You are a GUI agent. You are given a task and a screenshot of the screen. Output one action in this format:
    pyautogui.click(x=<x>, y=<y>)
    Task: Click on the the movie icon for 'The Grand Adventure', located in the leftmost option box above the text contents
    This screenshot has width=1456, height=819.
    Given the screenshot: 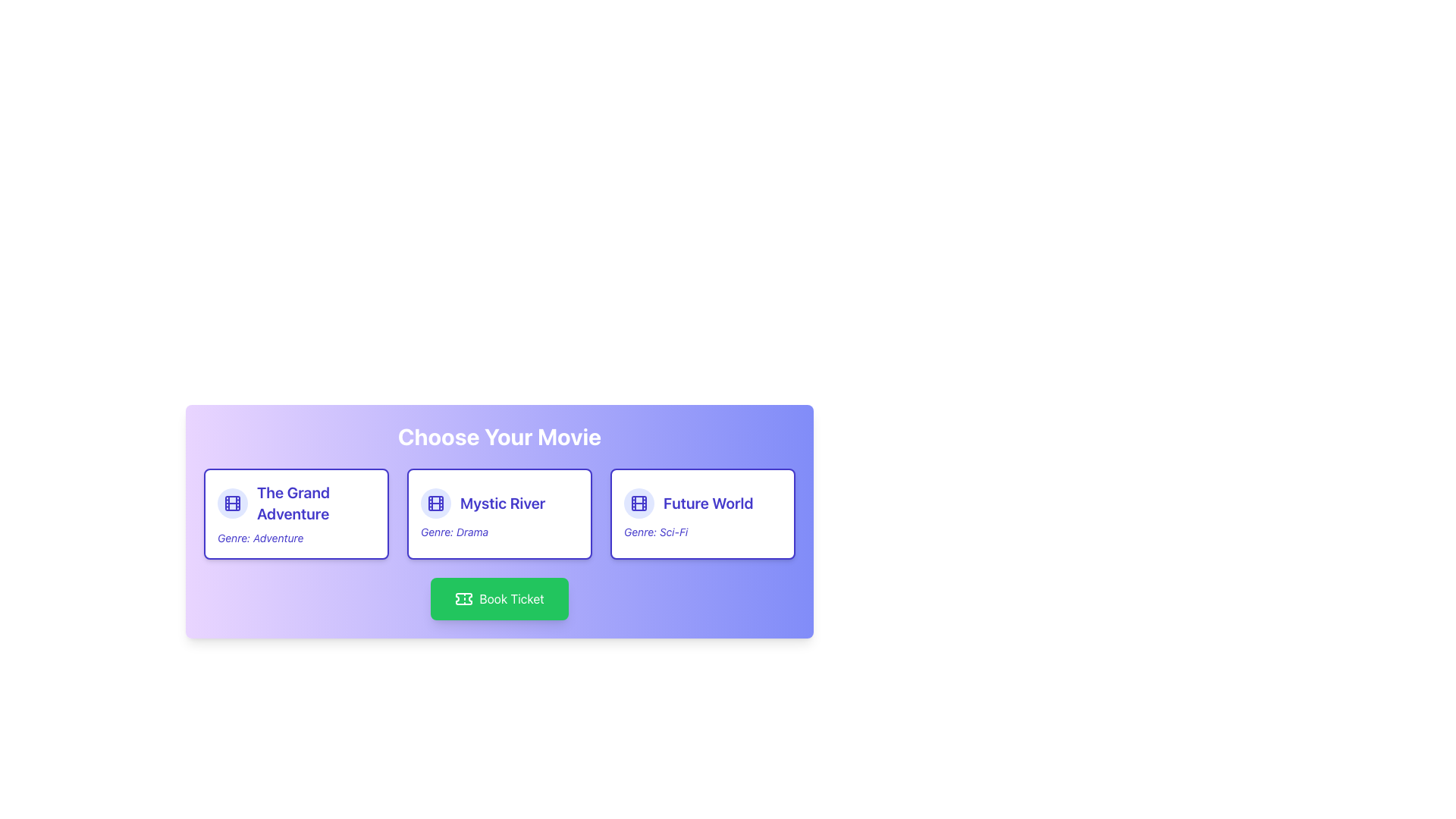 What is the action you would take?
    pyautogui.click(x=232, y=503)
    